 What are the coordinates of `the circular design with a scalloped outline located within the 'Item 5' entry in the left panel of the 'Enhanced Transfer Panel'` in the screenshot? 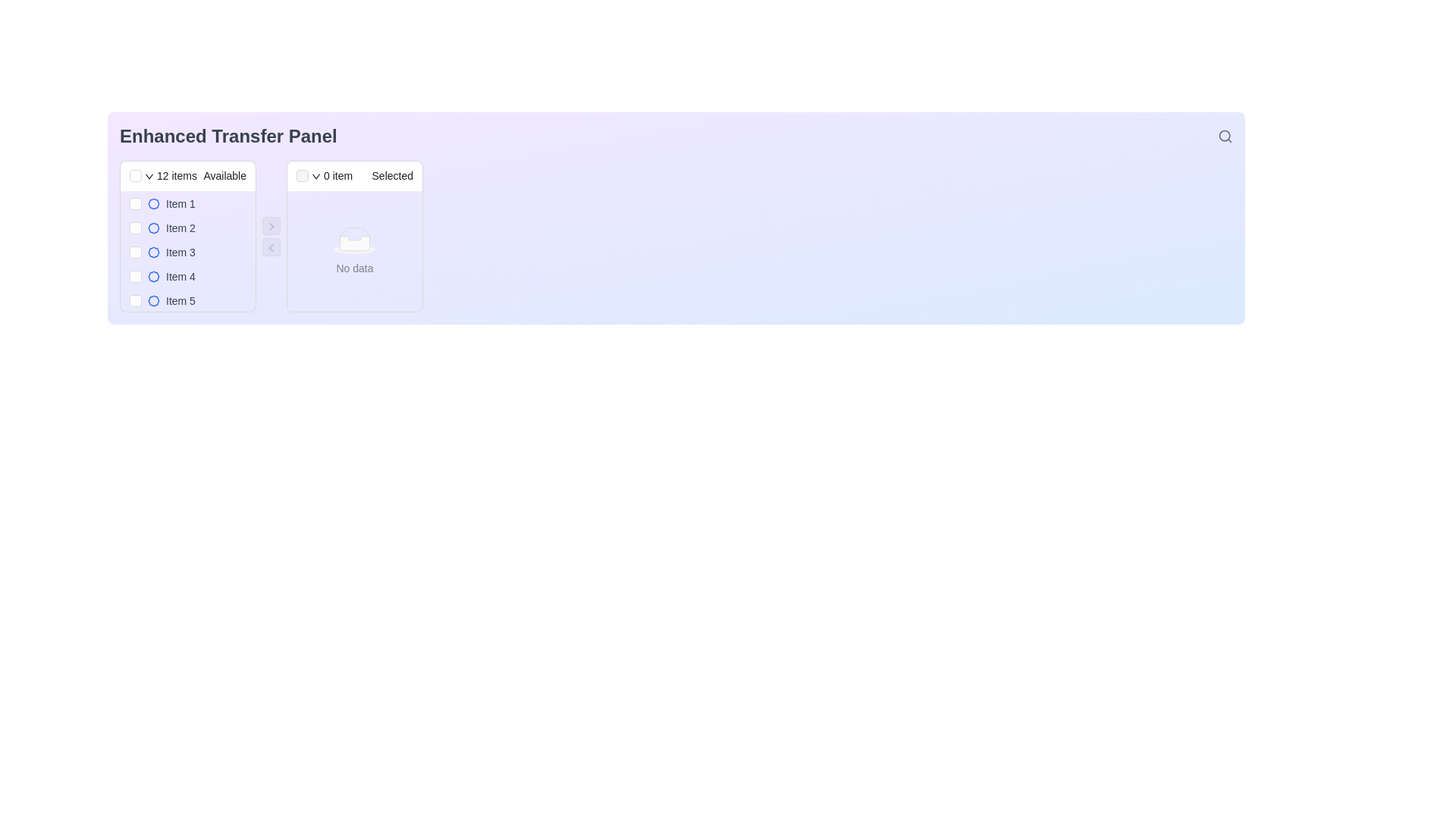 It's located at (153, 301).